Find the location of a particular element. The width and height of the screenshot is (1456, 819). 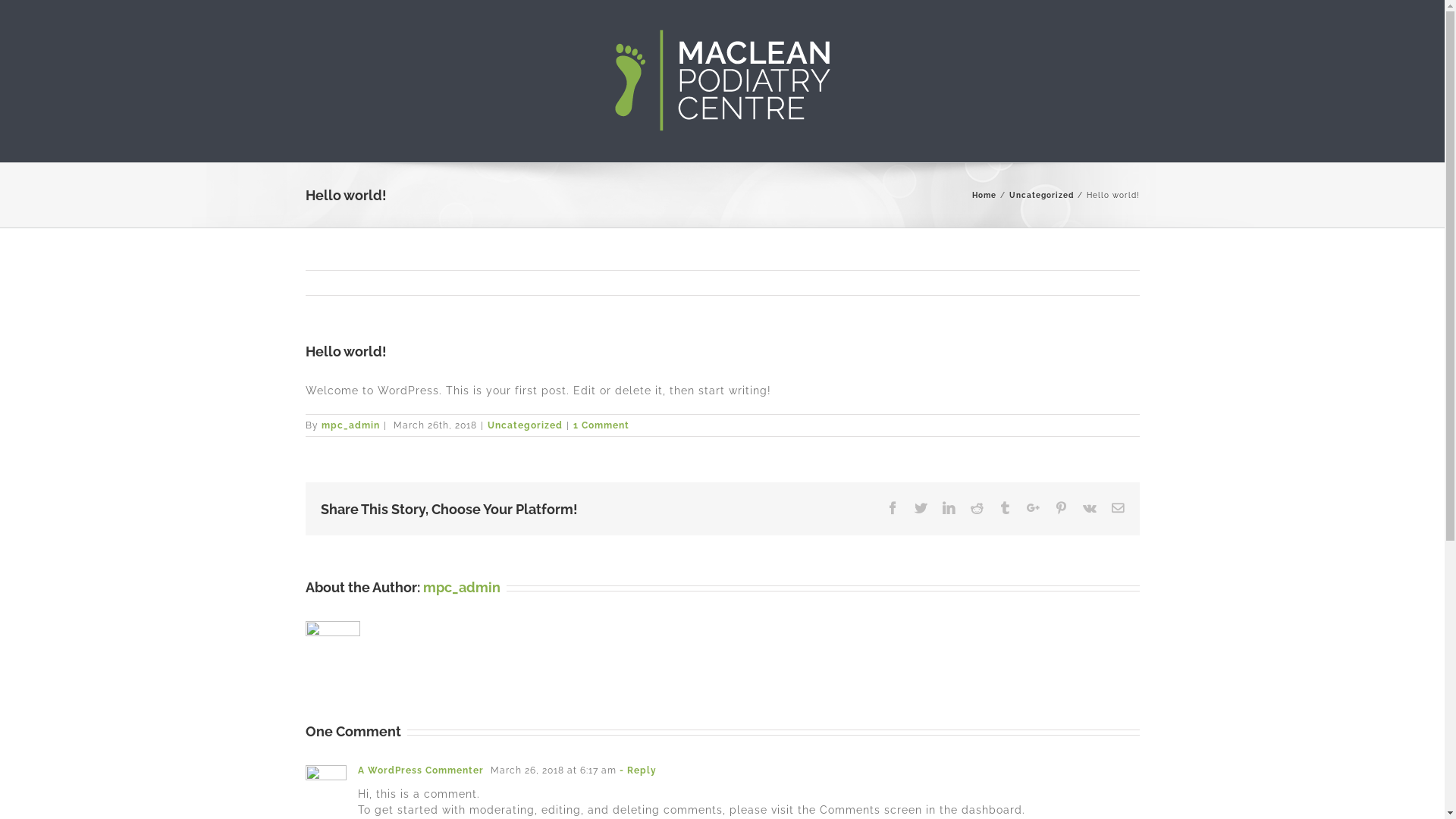

'mpc_admin' is located at coordinates (350, 425).